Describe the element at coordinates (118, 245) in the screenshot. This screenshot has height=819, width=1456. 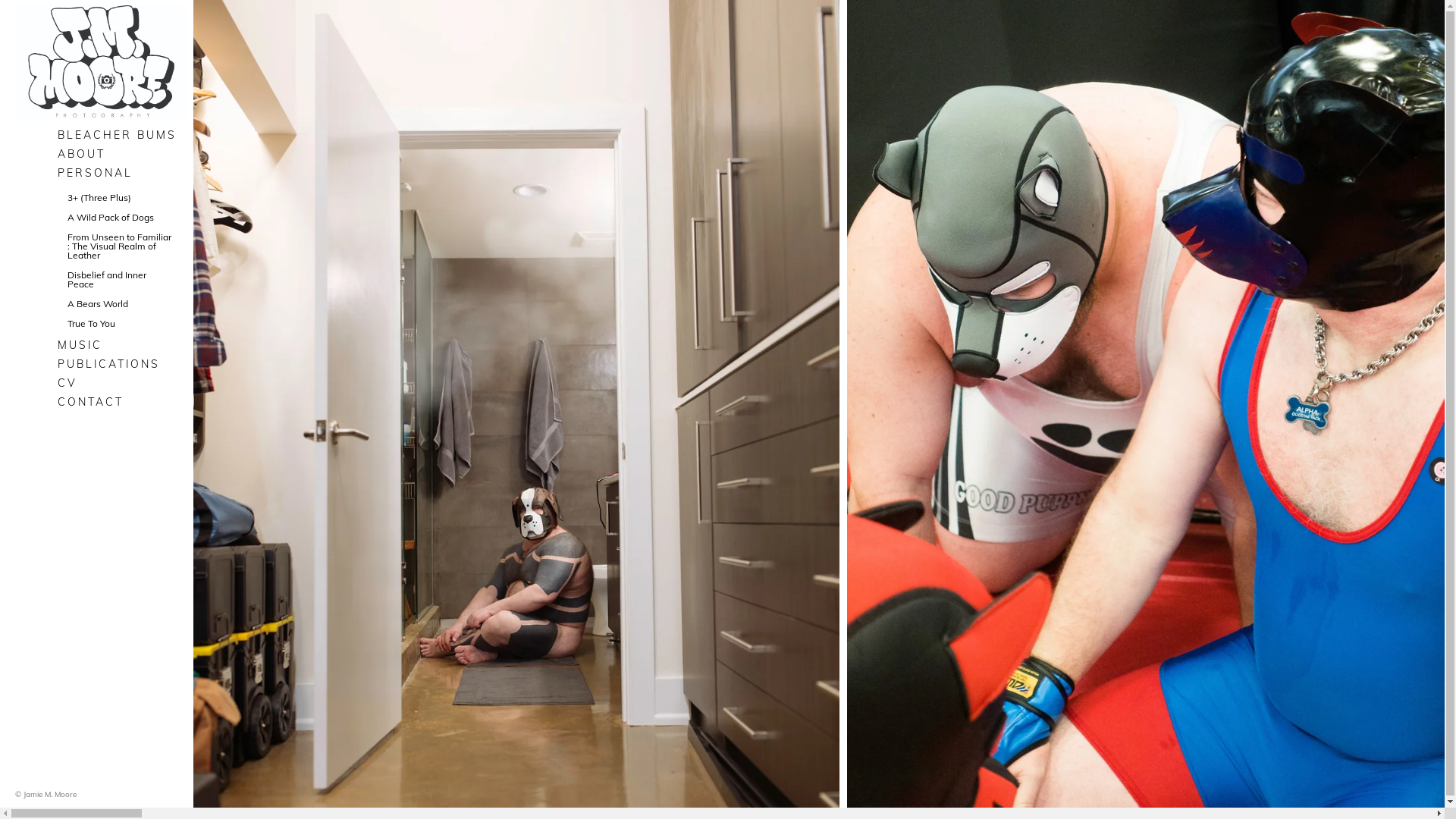
I see `'From Unseen to Familiar : The Visual Realm of Leather'` at that location.